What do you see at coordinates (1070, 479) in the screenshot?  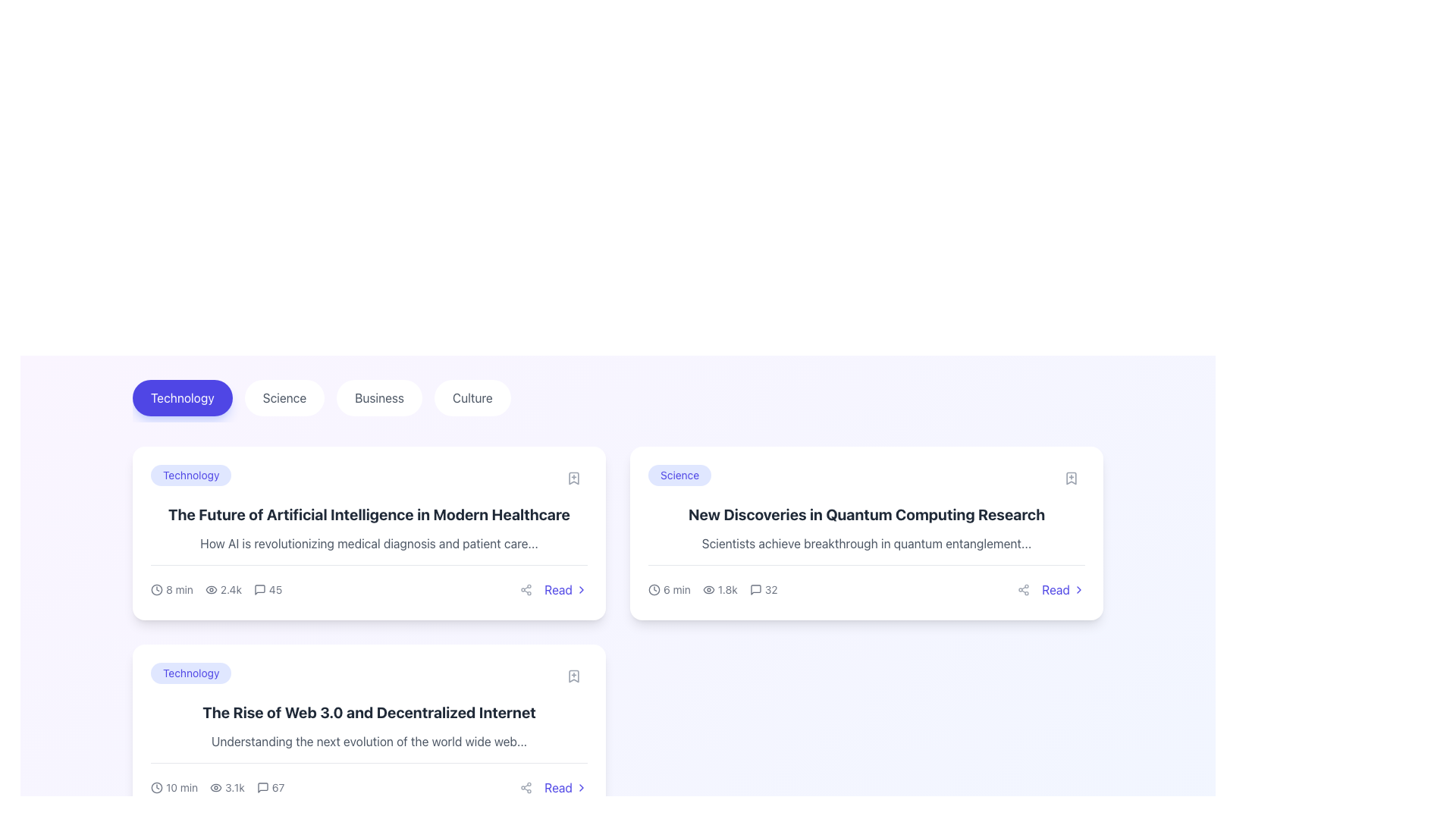 I see `the bookmark icon button located at the top-right corner of the article card titled 'New Discoveries in Quantum Computing Research'` at bounding box center [1070, 479].